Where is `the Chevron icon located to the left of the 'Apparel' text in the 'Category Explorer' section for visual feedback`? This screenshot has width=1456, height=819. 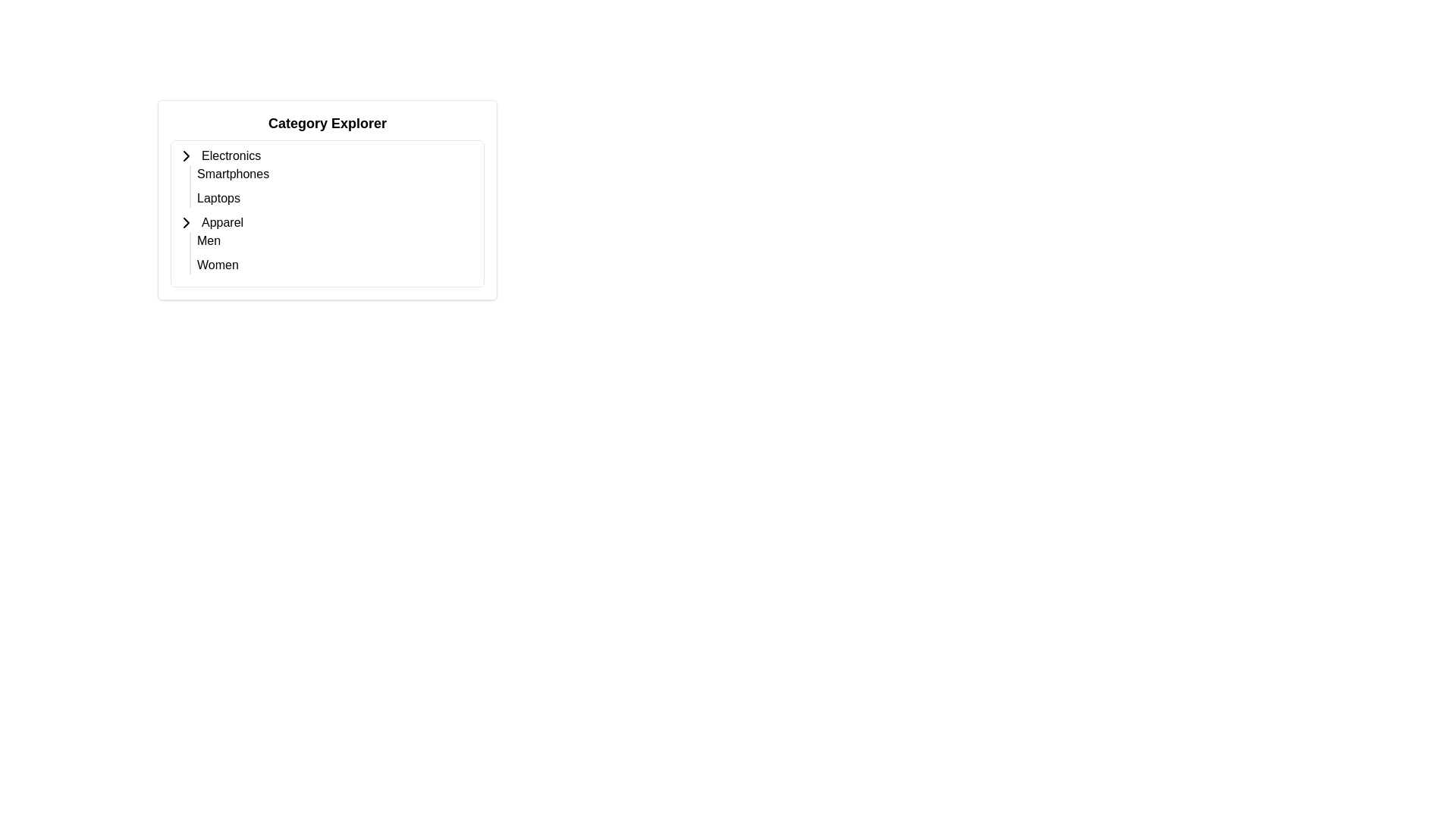
the Chevron icon located to the left of the 'Apparel' text in the 'Category Explorer' section for visual feedback is located at coordinates (185, 222).